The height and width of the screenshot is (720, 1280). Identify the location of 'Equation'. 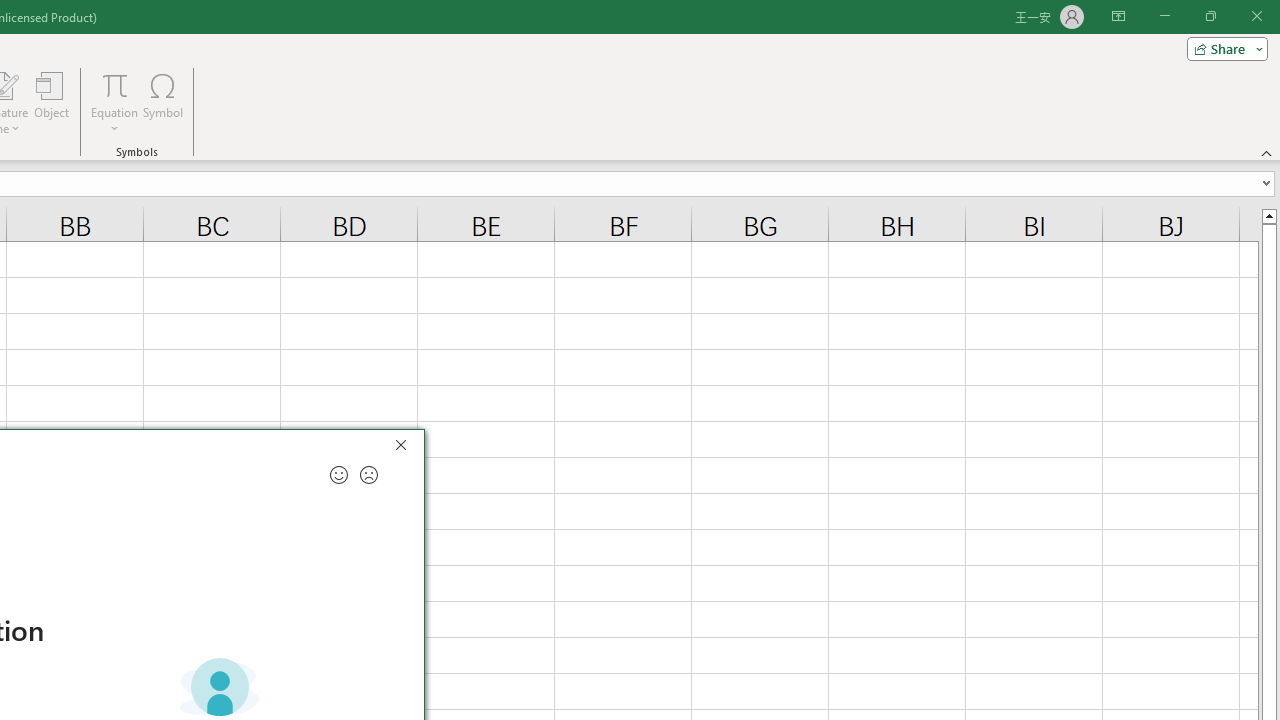
(114, 103).